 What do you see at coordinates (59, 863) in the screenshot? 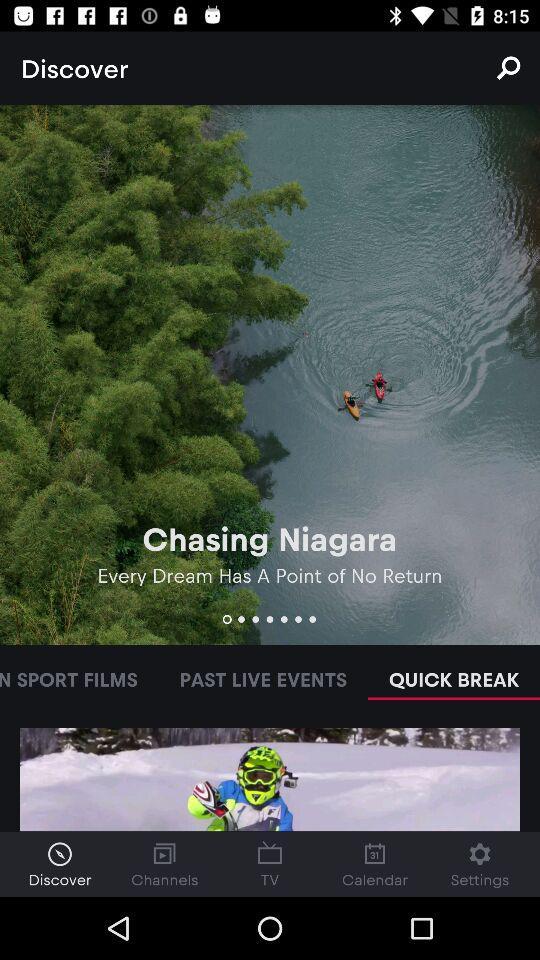
I see `the time icon` at bounding box center [59, 863].